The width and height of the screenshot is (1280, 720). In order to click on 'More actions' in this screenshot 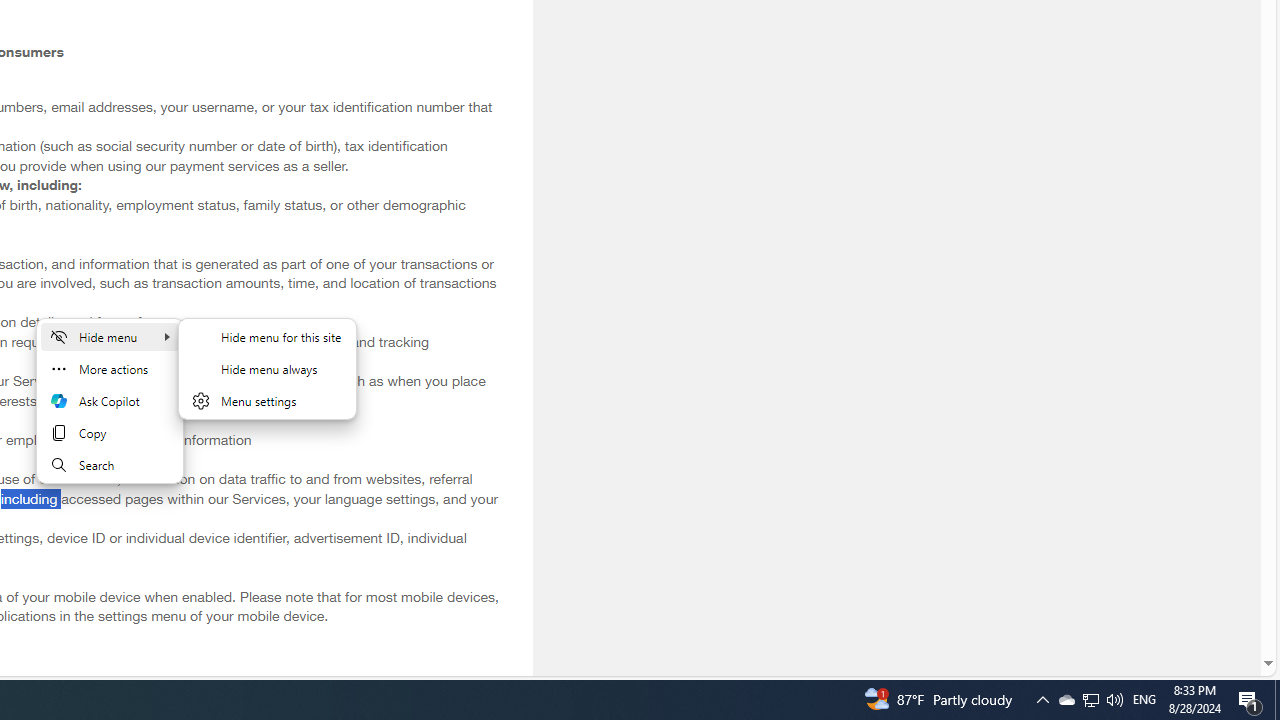, I will do `click(109, 368)`.